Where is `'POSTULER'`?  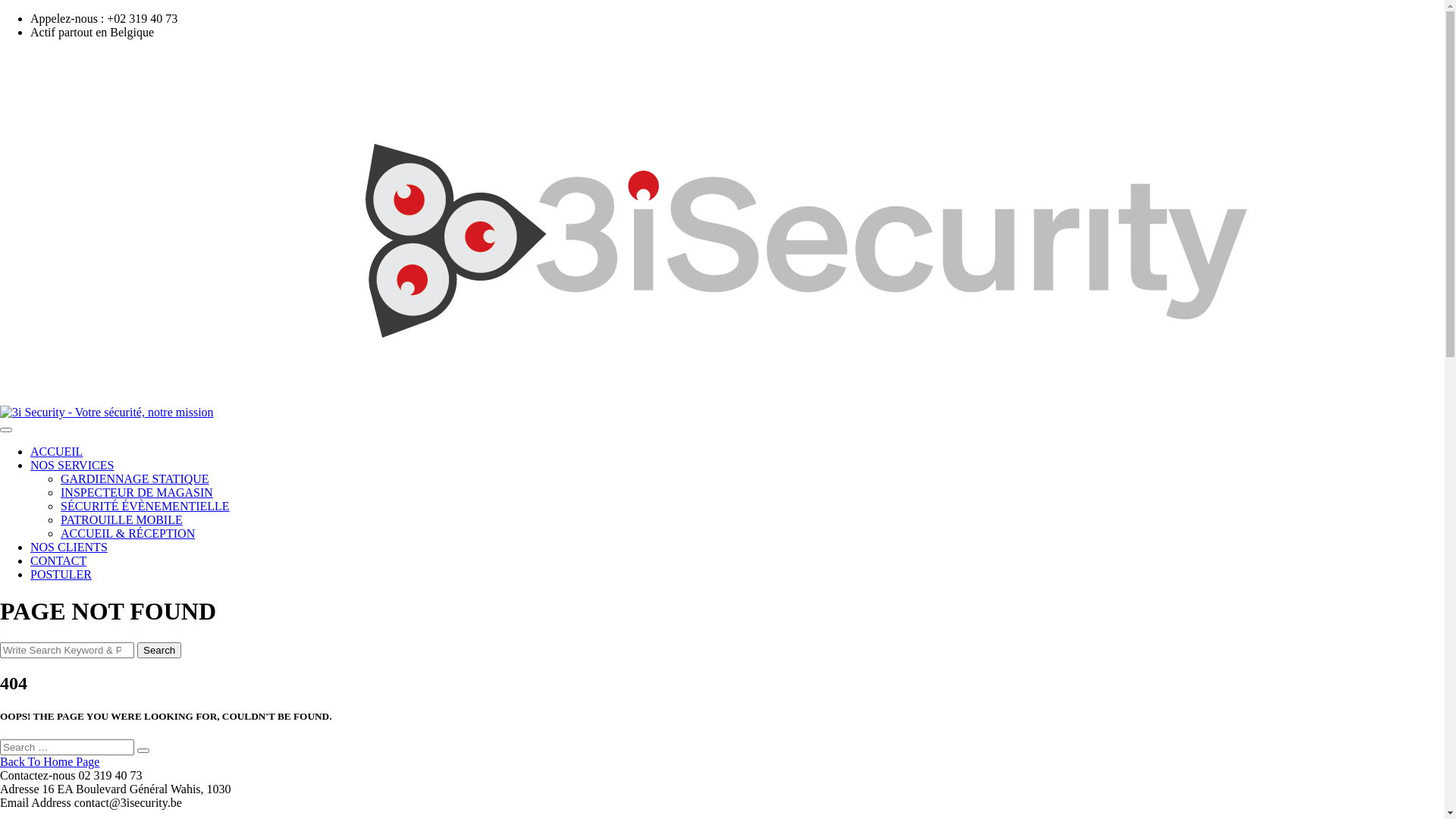
'POSTULER' is located at coordinates (61, 574).